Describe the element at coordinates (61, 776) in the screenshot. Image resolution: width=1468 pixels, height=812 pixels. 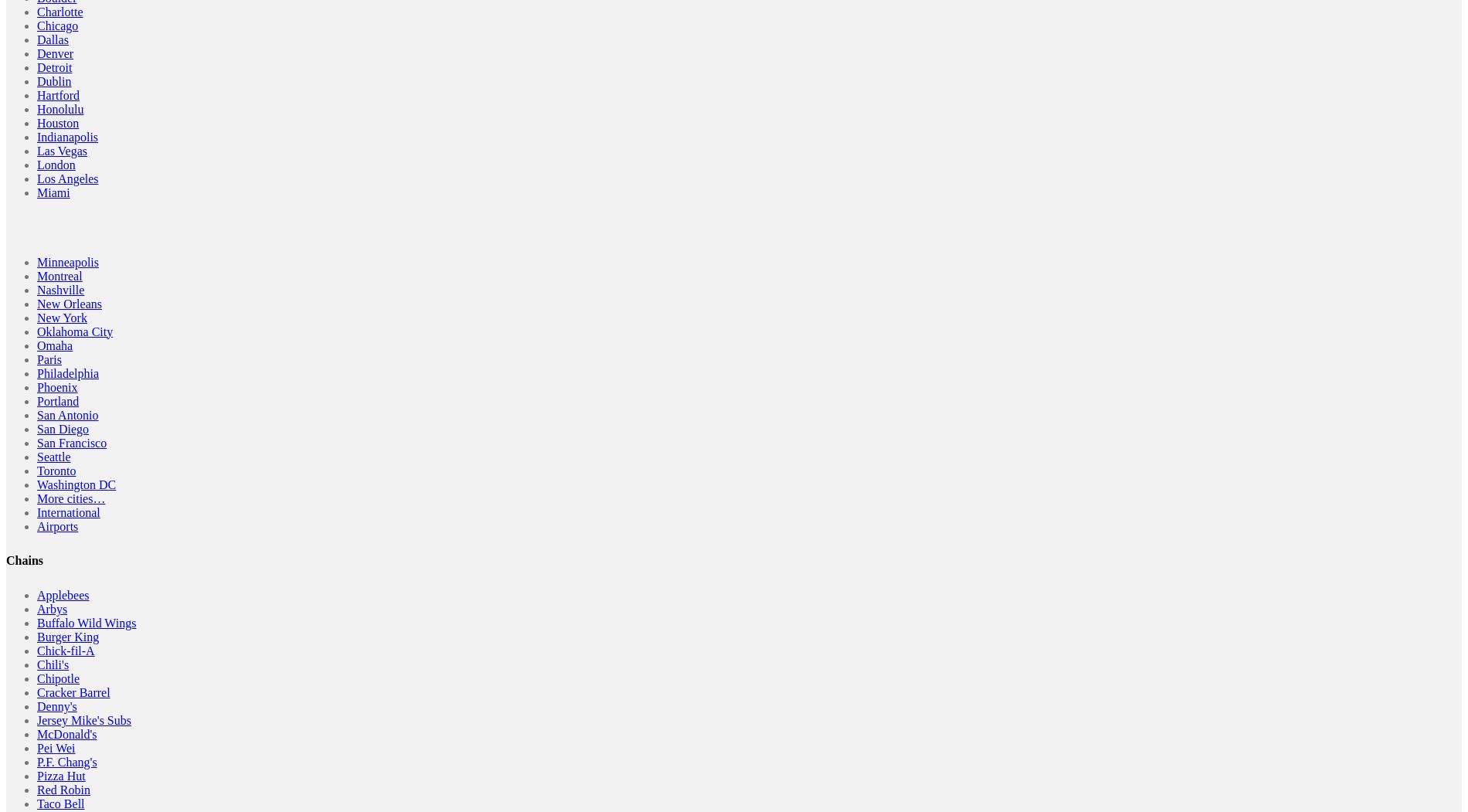
I see `'Pizza Hut'` at that location.